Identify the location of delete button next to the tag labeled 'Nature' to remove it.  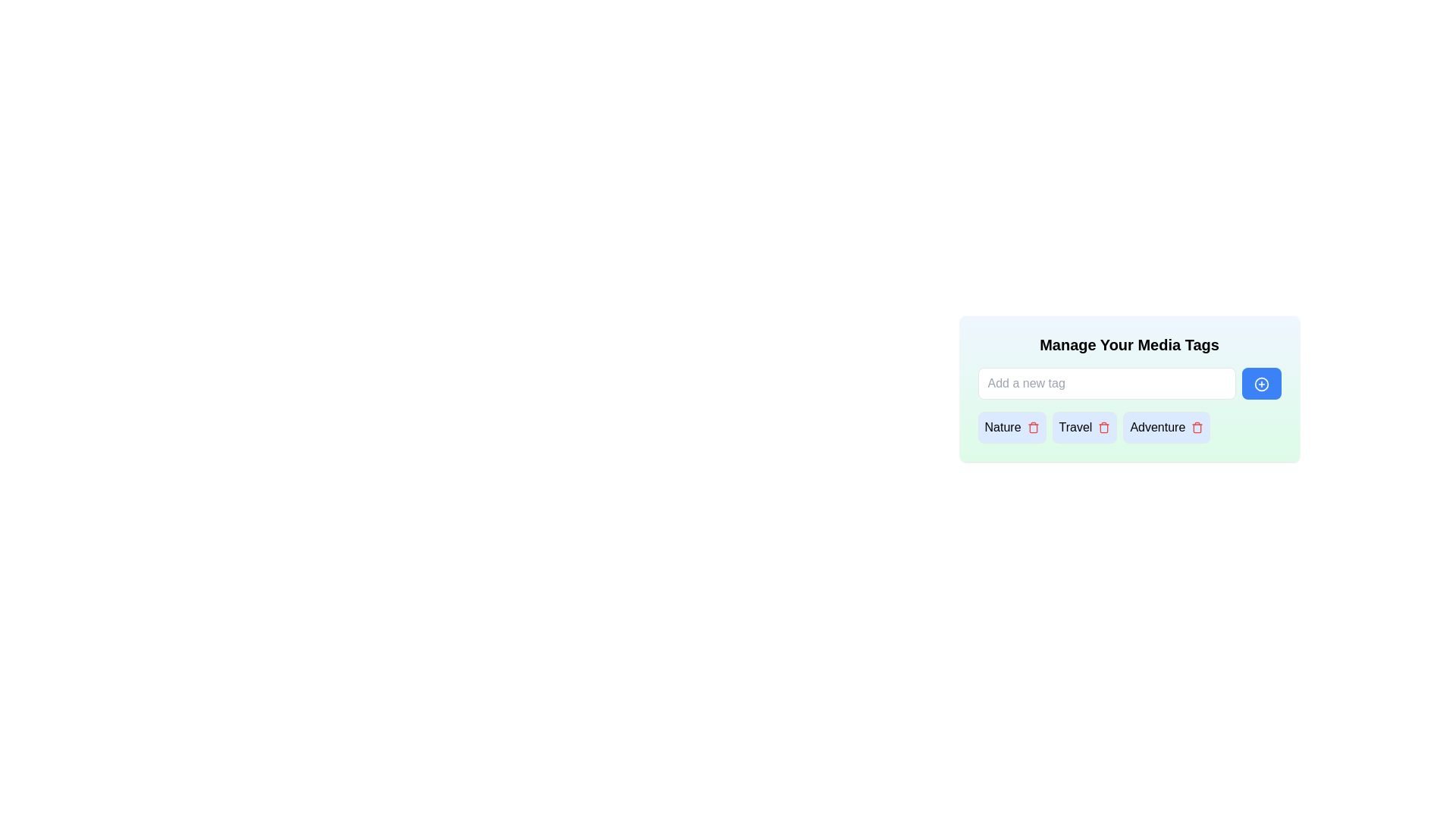
(1032, 427).